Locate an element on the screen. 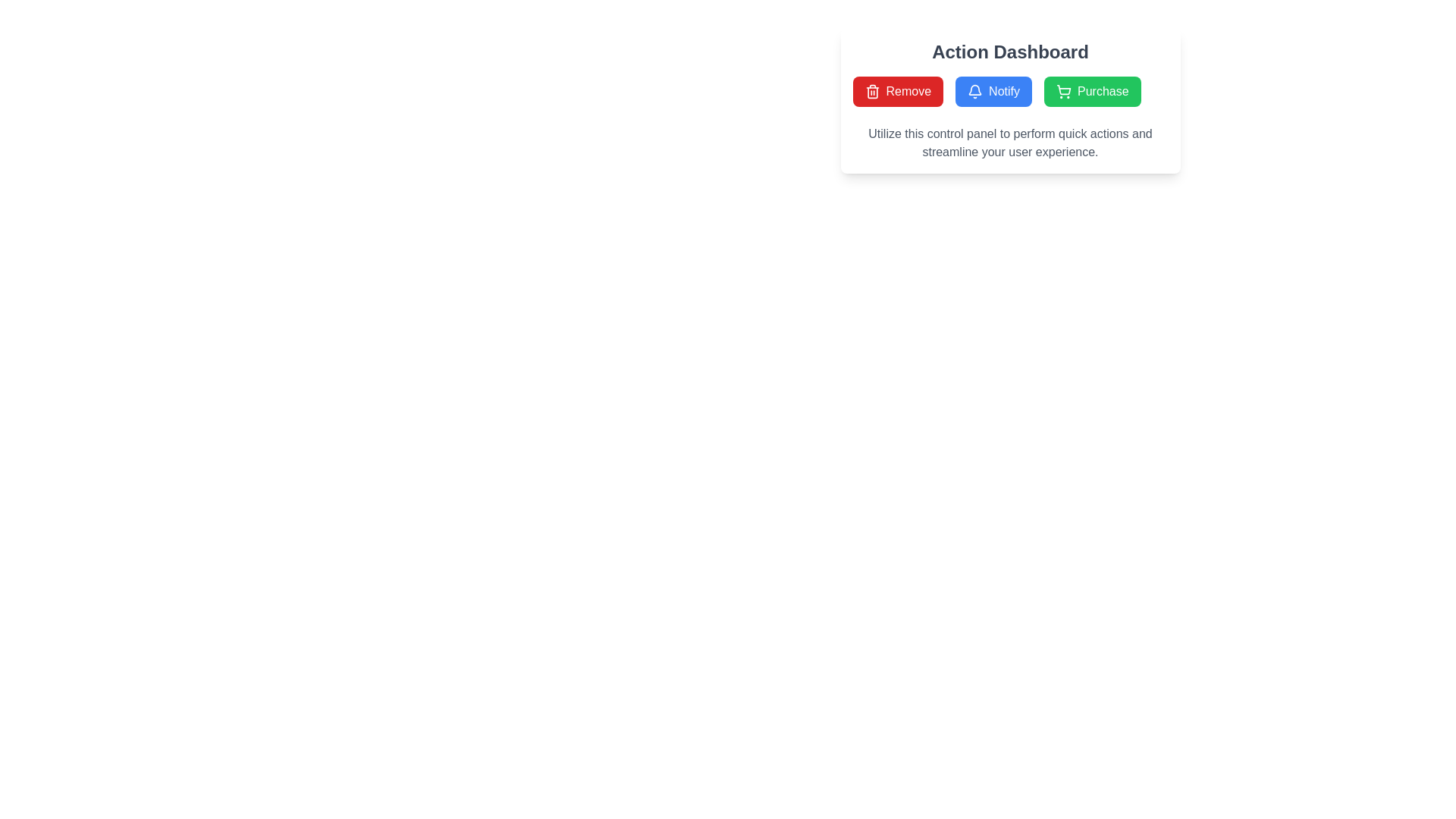 The image size is (1456, 819). the trash can icon within the red 'Remove' button is located at coordinates (872, 91).